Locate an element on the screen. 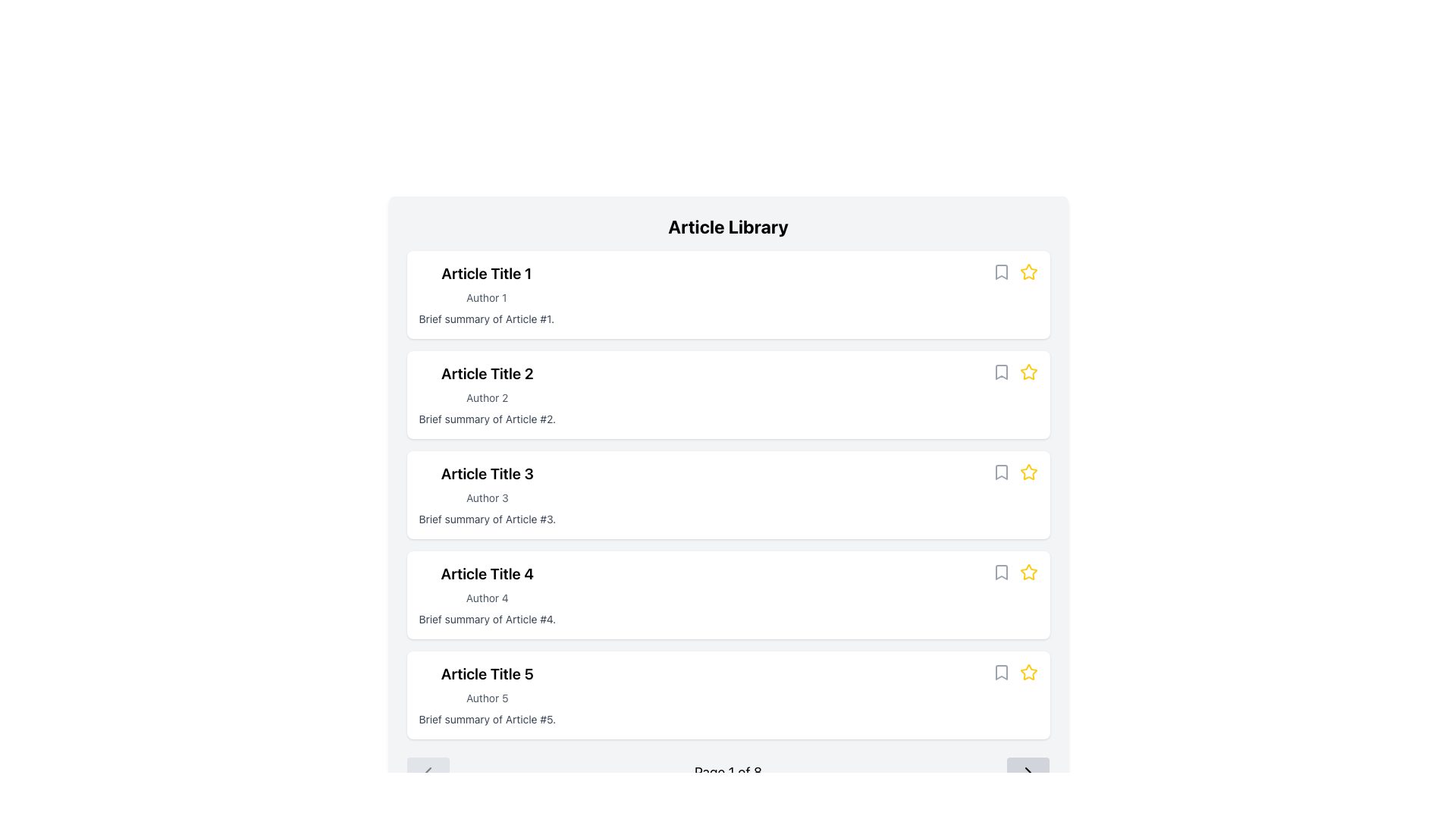 The height and width of the screenshot is (819, 1456). the bookmark icon located at the bottom-right edge of the card for 'Article Title 5' is located at coordinates (1001, 672).